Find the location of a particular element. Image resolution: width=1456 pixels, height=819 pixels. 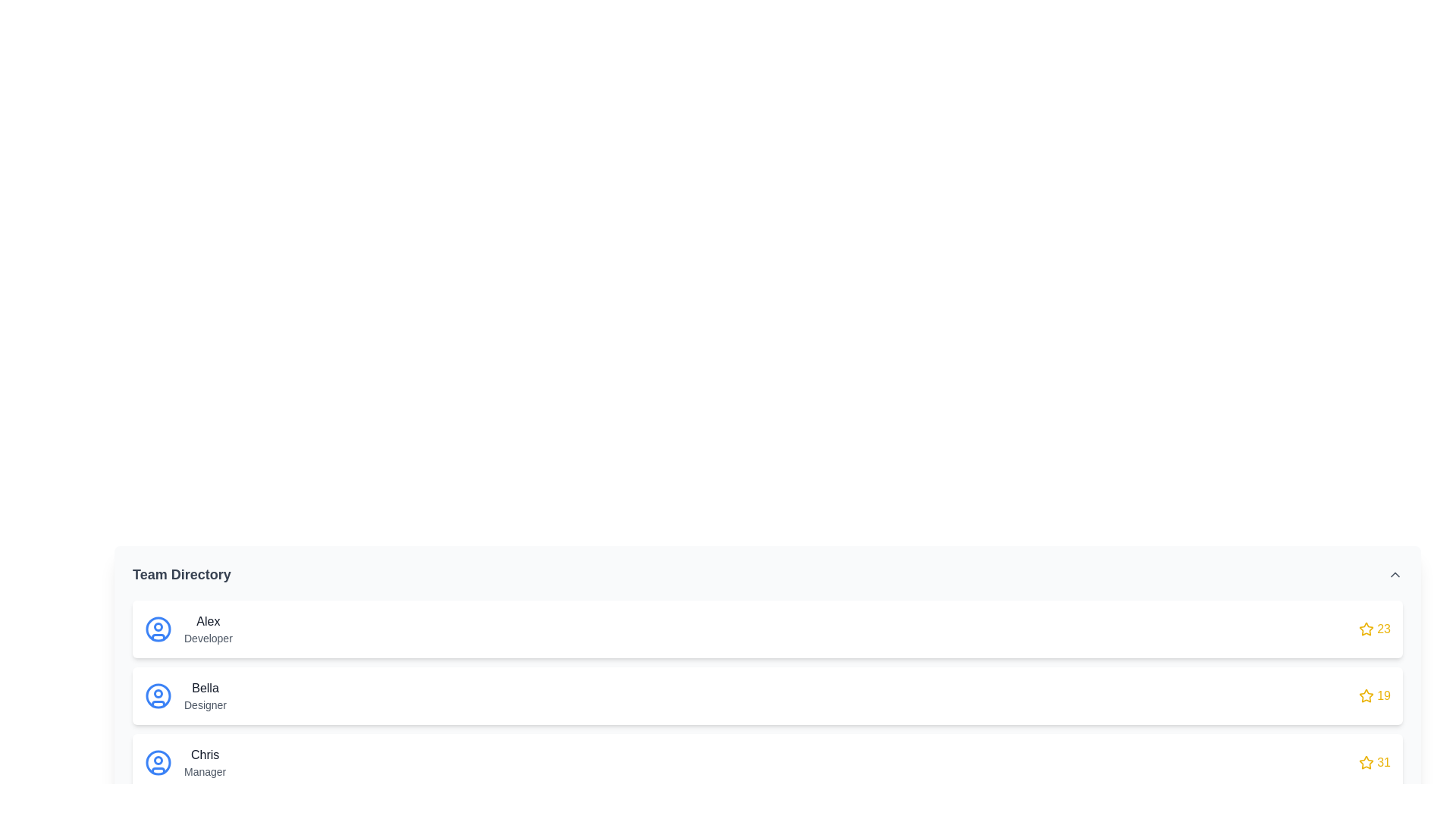

the star icon located to the right of the third item in the list associated with 'Chris, Manager' to highlight or select it is located at coordinates (1367, 762).